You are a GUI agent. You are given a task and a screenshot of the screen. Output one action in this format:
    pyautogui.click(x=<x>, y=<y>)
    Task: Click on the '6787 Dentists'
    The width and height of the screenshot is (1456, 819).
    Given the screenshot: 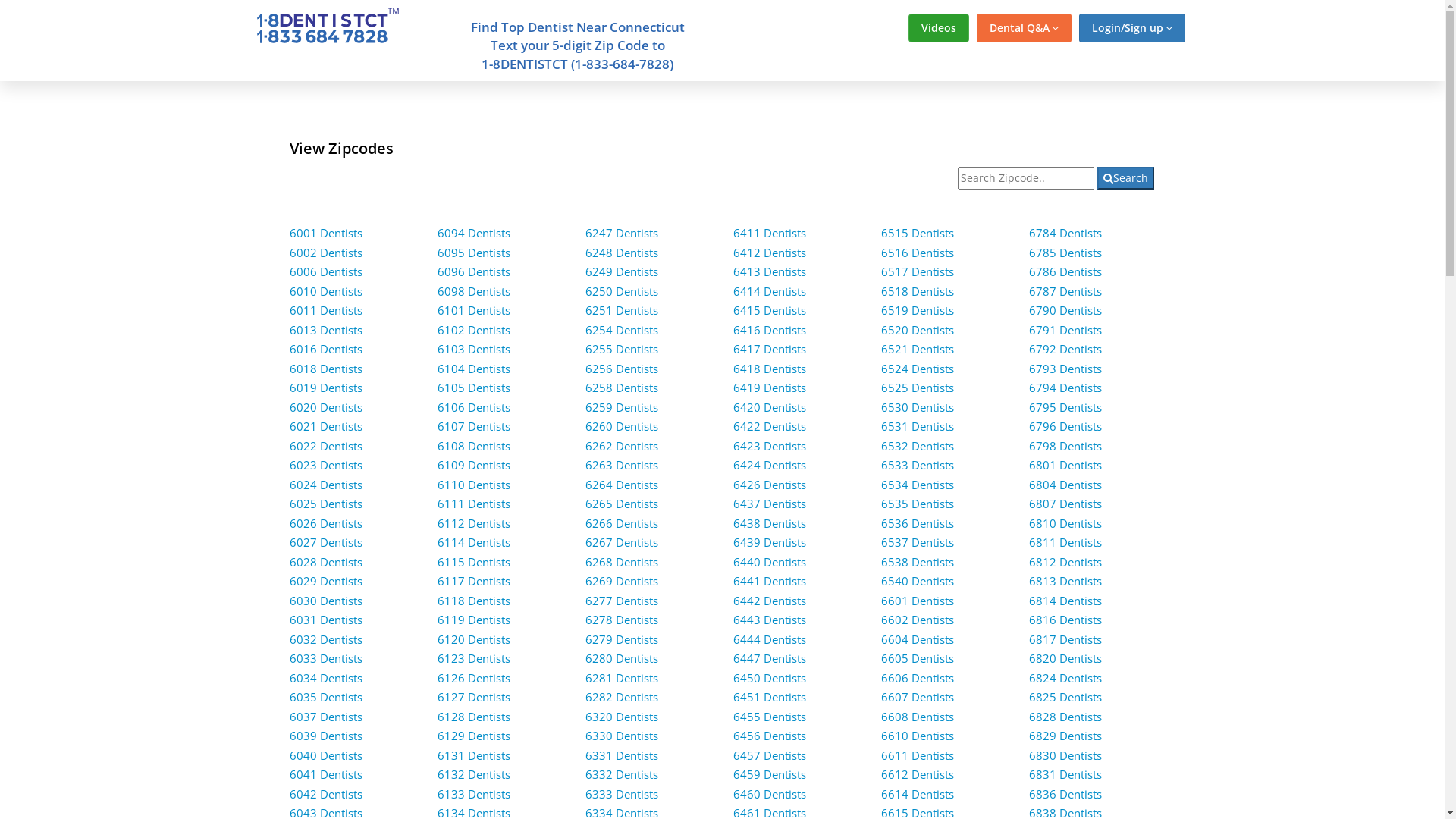 What is the action you would take?
    pyautogui.click(x=1065, y=291)
    